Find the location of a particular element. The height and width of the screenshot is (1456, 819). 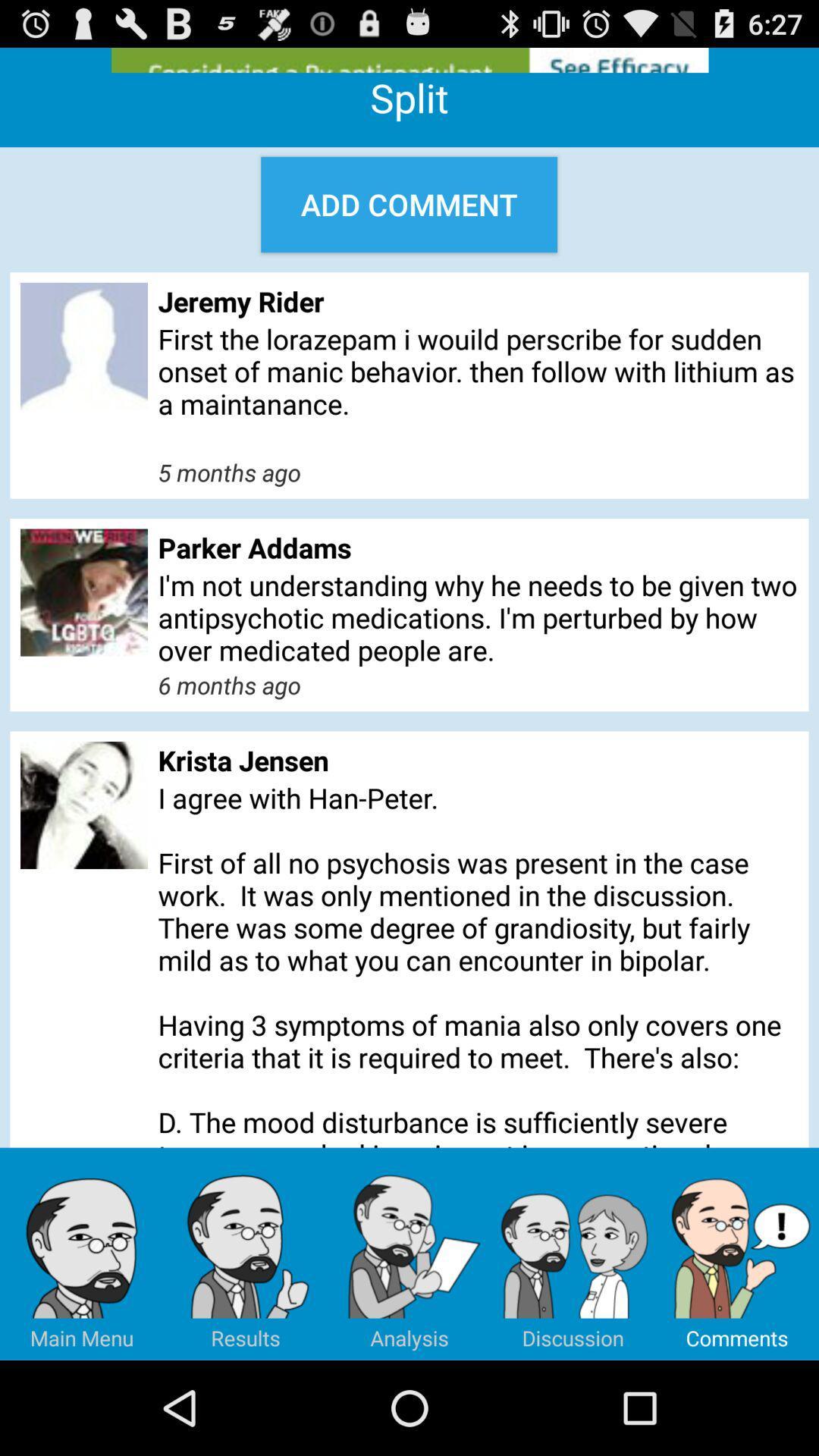

the add comment icon is located at coordinates (408, 203).